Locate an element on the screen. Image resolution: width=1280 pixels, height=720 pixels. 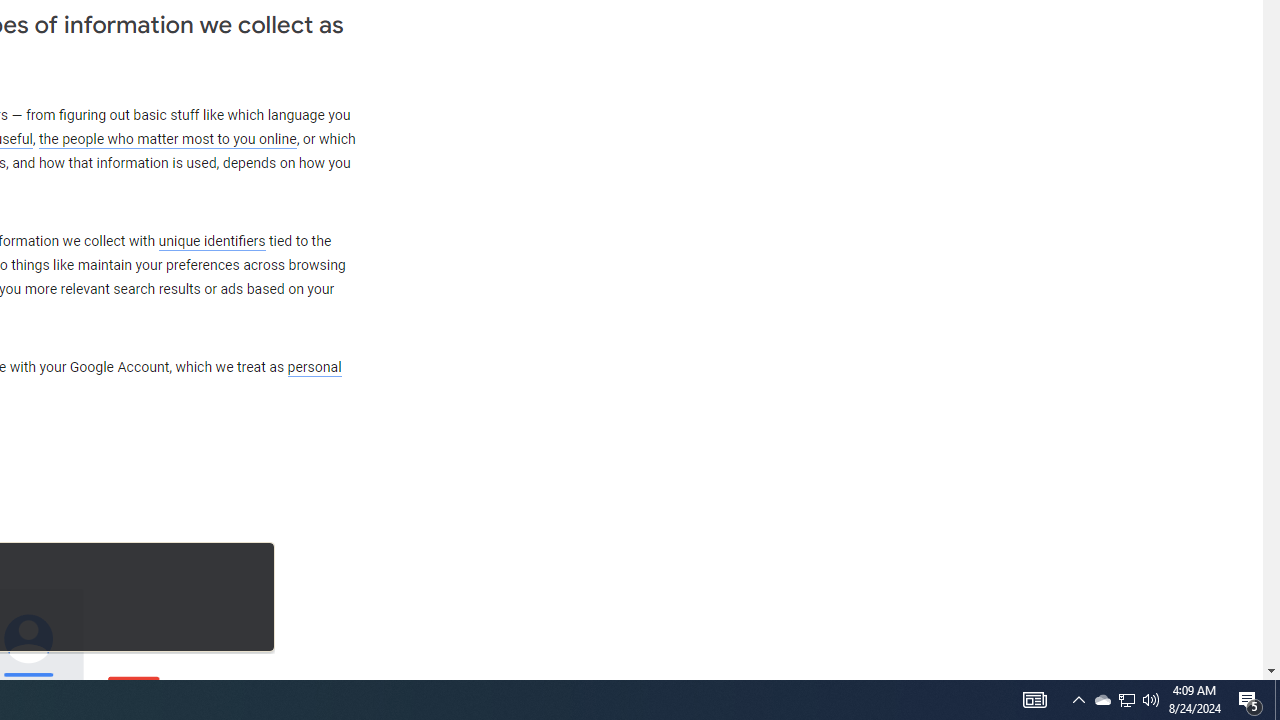
'the people who matter most to you online' is located at coordinates (167, 138).